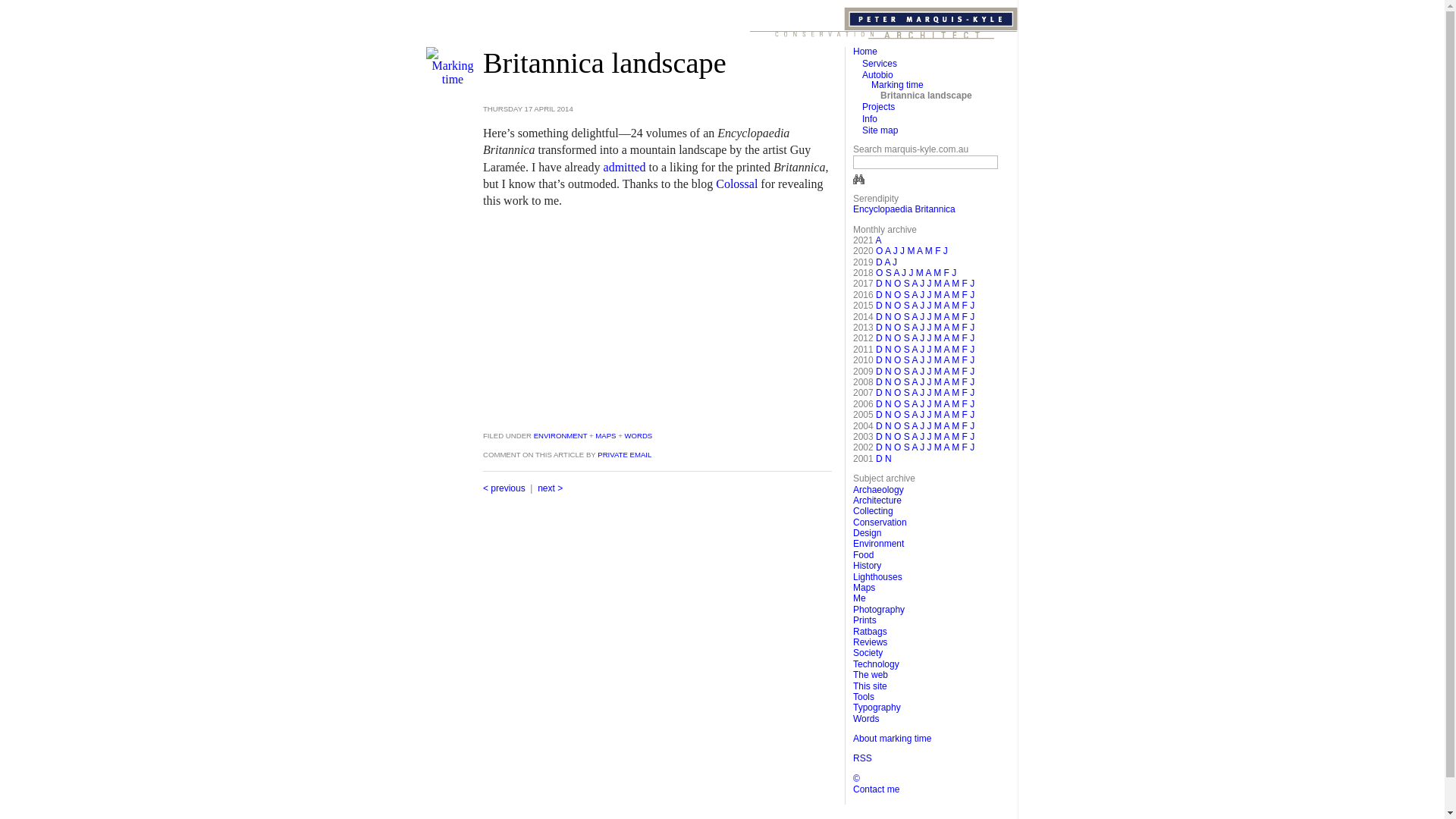  Describe the element at coordinates (879, 403) in the screenshot. I see `'D'` at that location.